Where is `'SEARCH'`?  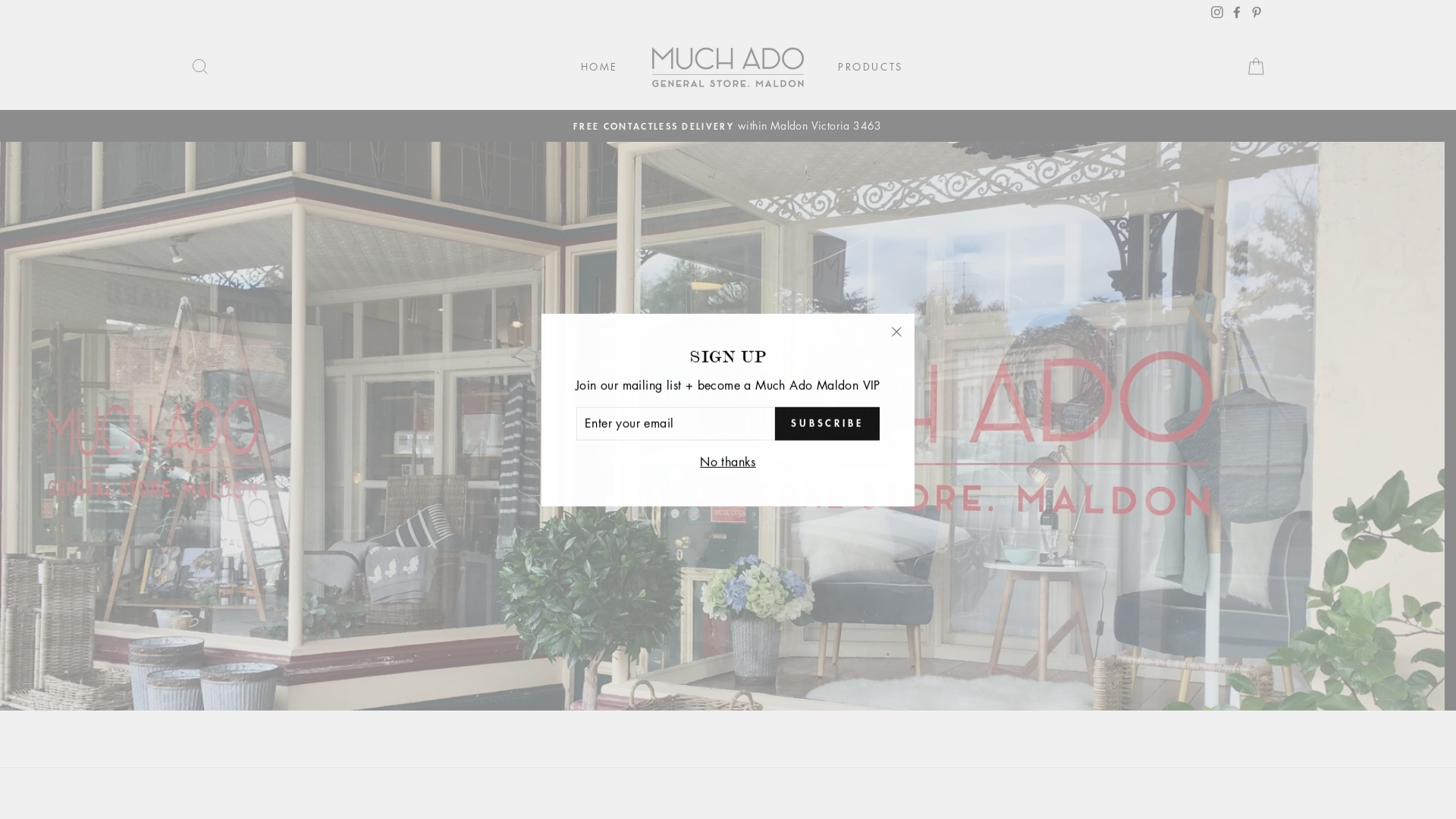 'SEARCH' is located at coordinates (174, 66).